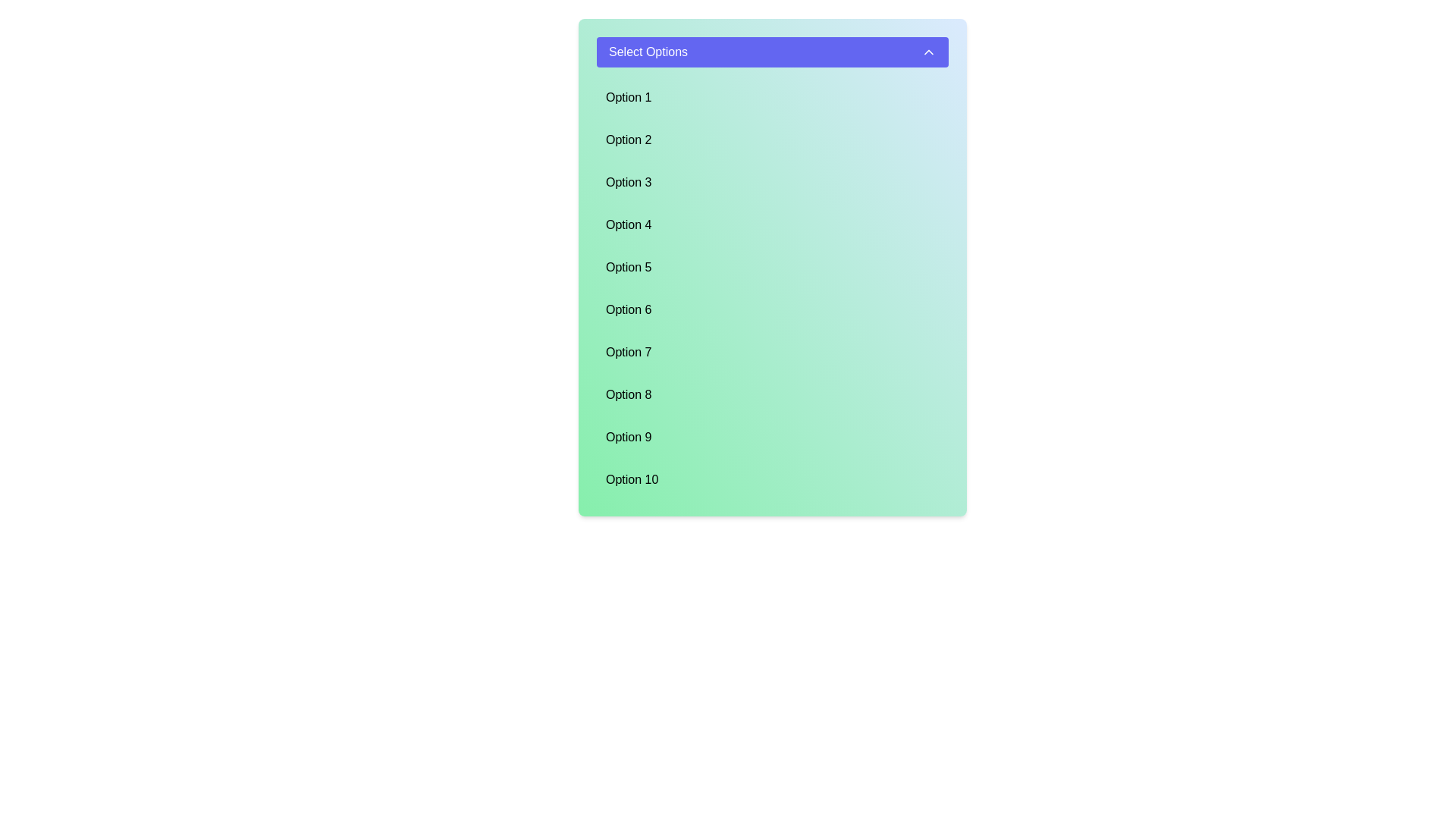 The height and width of the screenshot is (819, 1456). Describe the element at coordinates (629, 438) in the screenshot. I see `the text item labeled 'Option 9' which is displayed in black font on a light green background, located near the bottom of a vertical list of options` at that location.